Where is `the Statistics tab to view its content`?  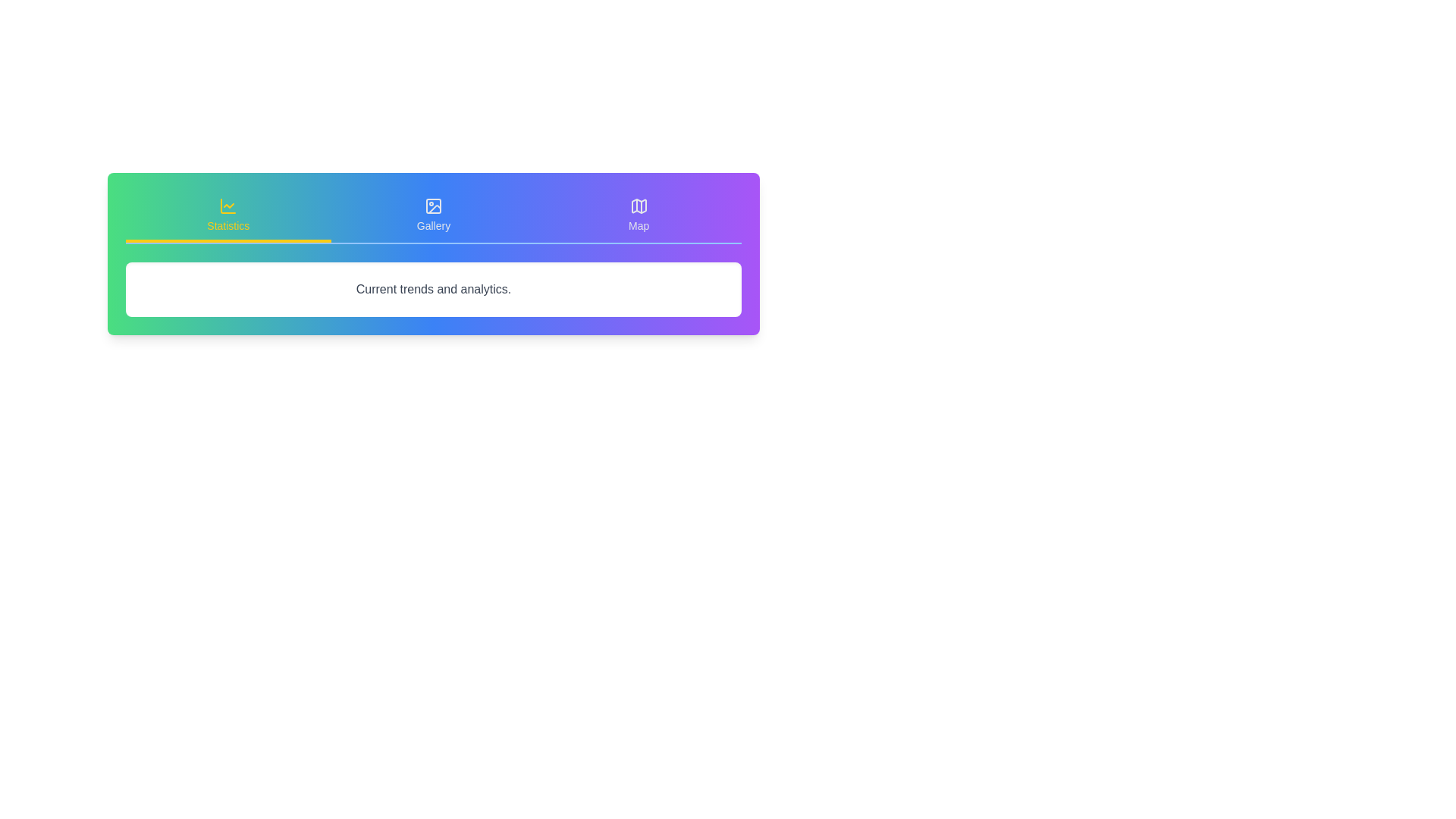
the Statistics tab to view its content is located at coordinates (227, 216).